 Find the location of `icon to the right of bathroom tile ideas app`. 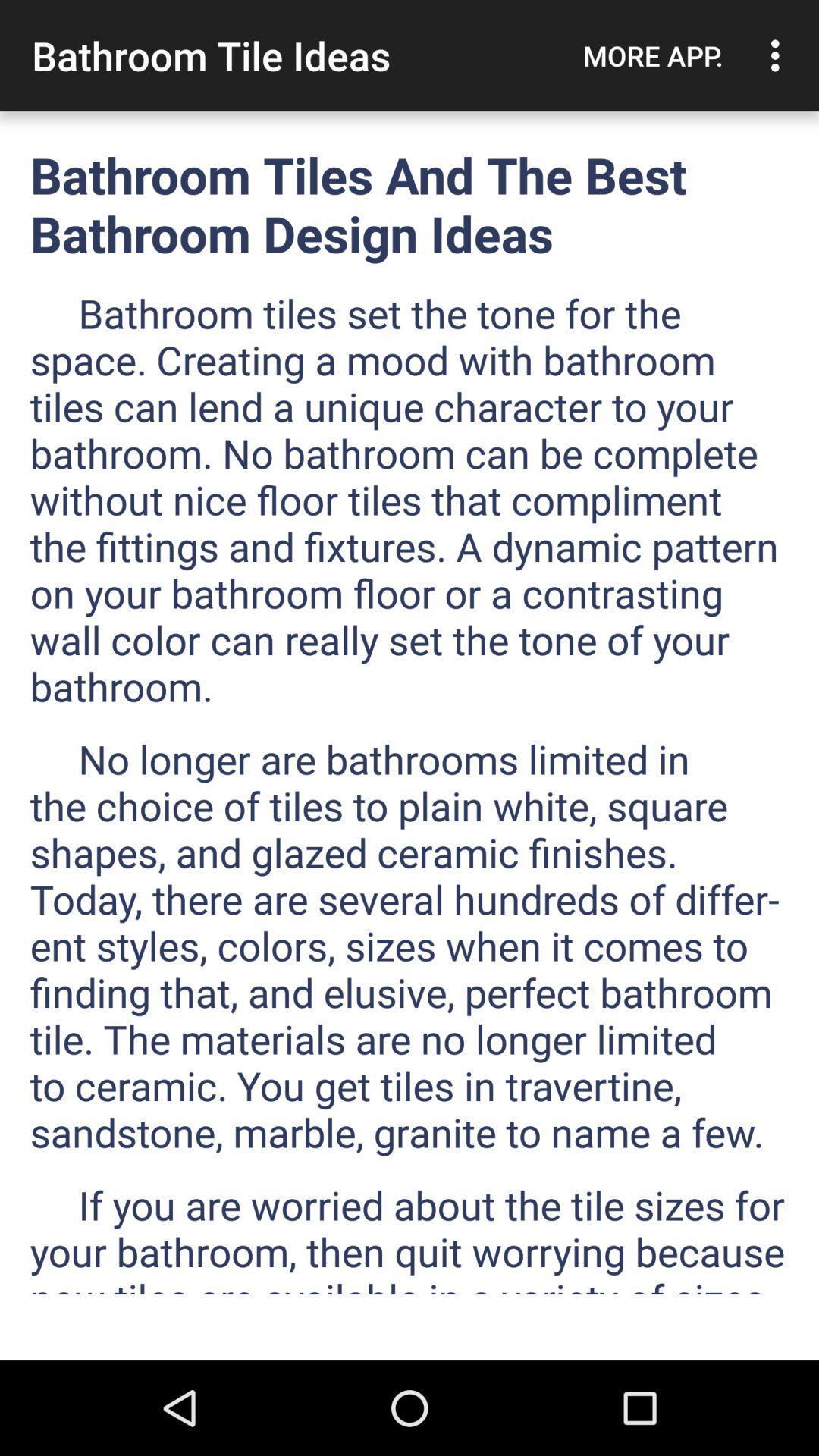

icon to the right of bathroom tile ideas app is located at coordinates (652, 55).